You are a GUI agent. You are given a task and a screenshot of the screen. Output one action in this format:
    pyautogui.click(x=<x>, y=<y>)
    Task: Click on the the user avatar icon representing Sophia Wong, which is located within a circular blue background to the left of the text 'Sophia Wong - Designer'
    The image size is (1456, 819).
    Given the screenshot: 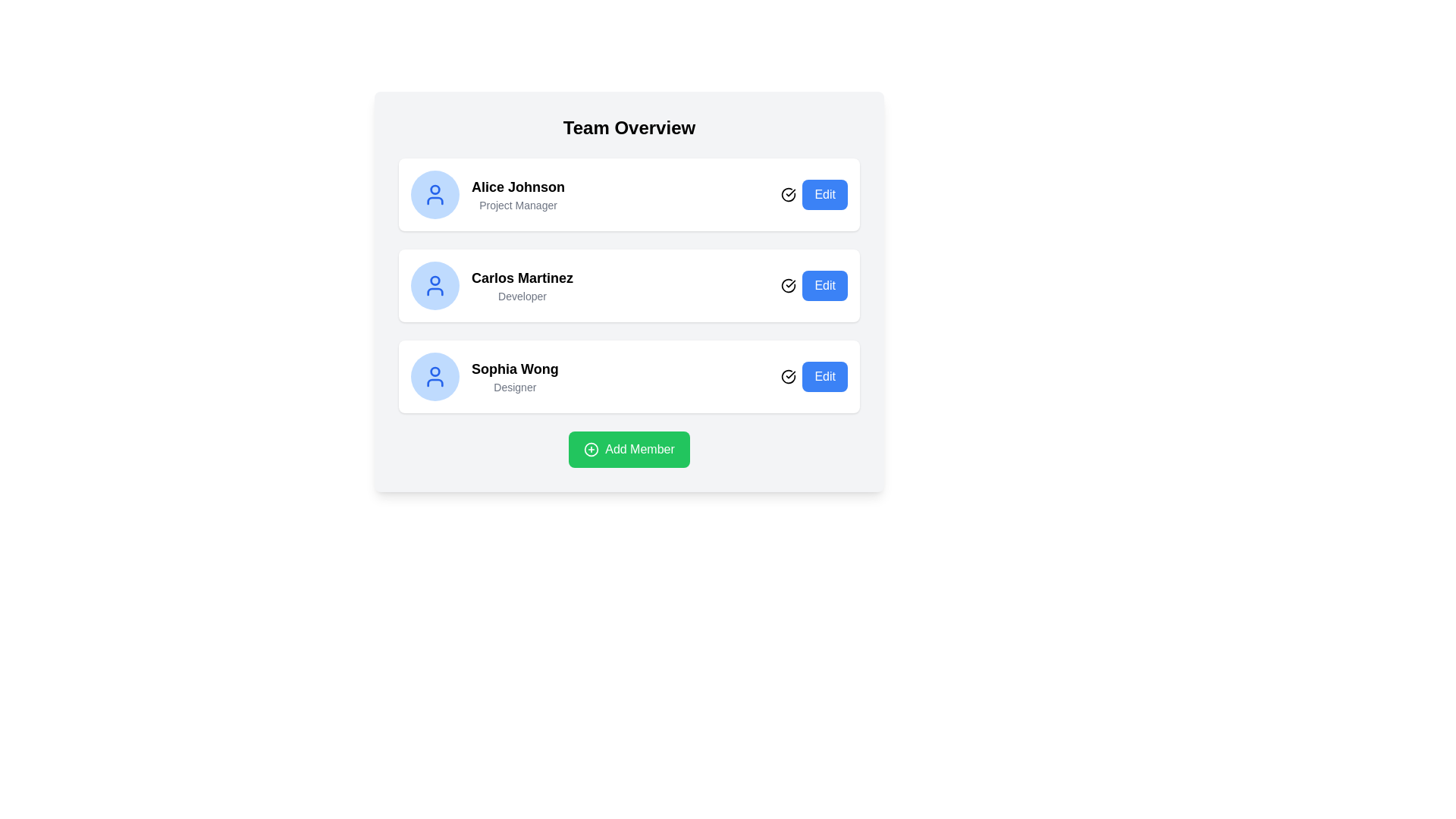 What is the action you would take?
    pyautogui.click(x=435, y=376)
    